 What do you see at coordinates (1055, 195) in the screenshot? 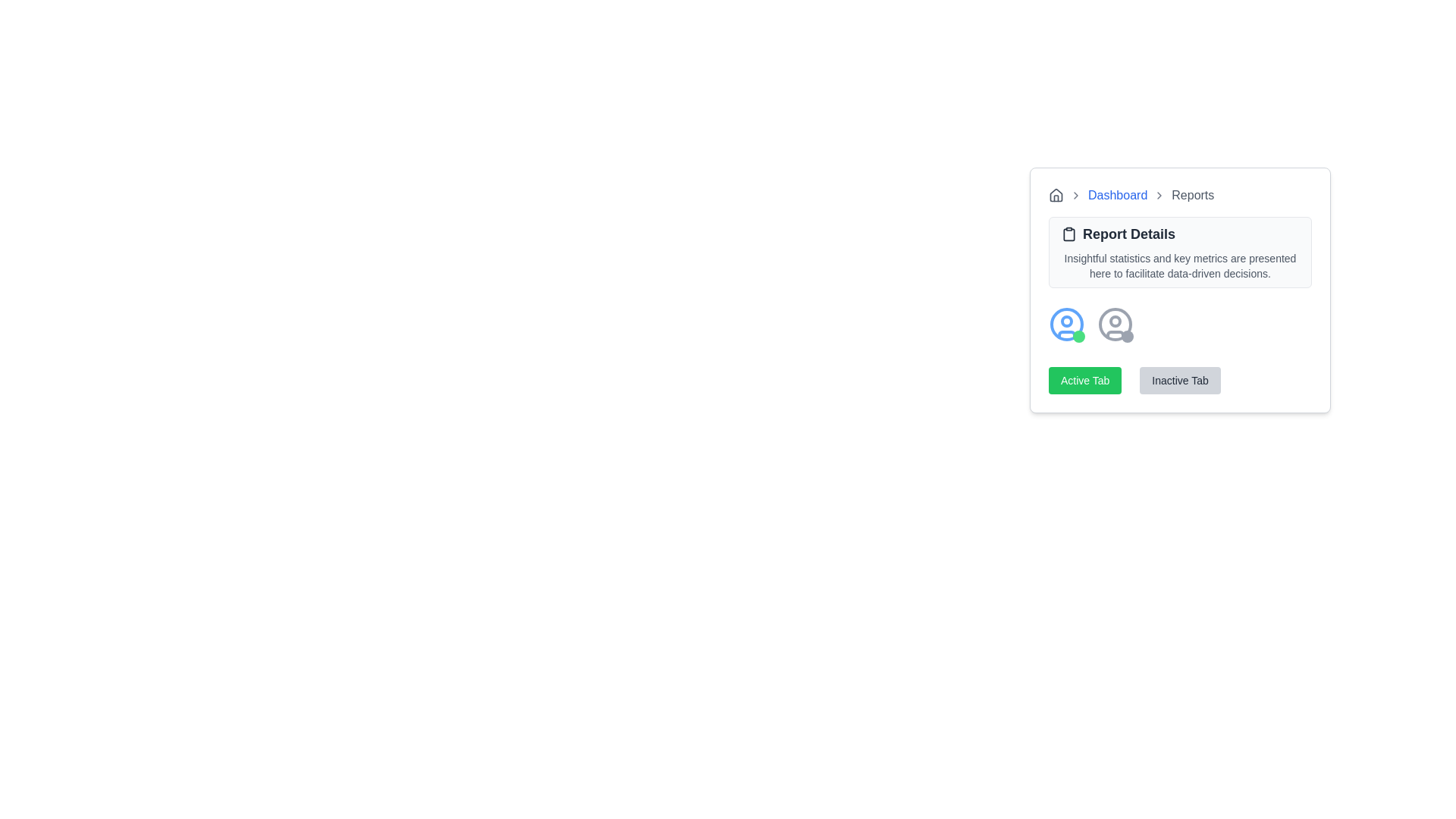
I see `the SVG icon representing the starting point or home location in the breadcrumb navigation, which is located at the top left of the breadcrumb component` at bounding box center [1055, 195].